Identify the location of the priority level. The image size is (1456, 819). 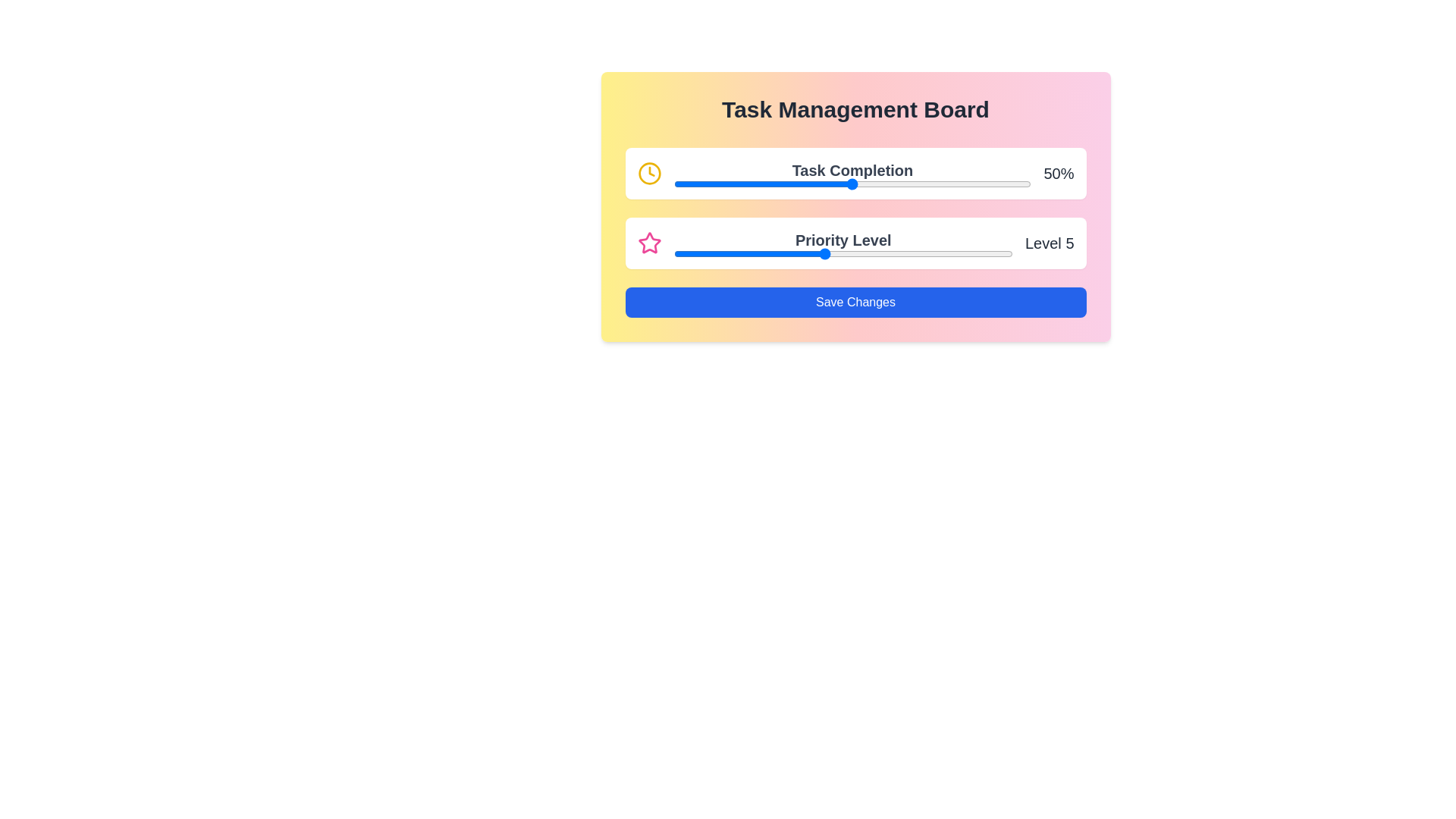
(824, 253).